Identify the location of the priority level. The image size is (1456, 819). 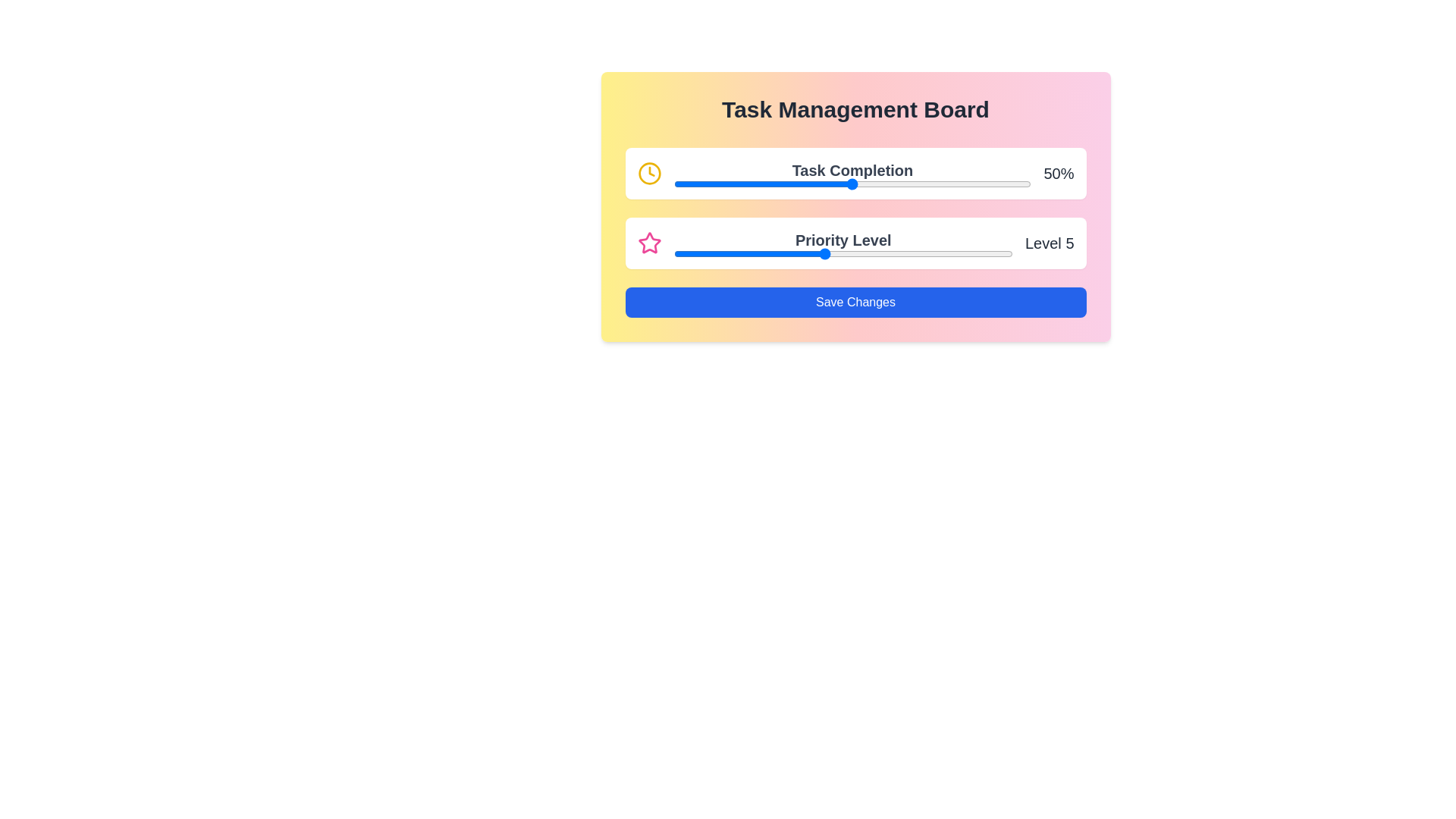
(824, 253).